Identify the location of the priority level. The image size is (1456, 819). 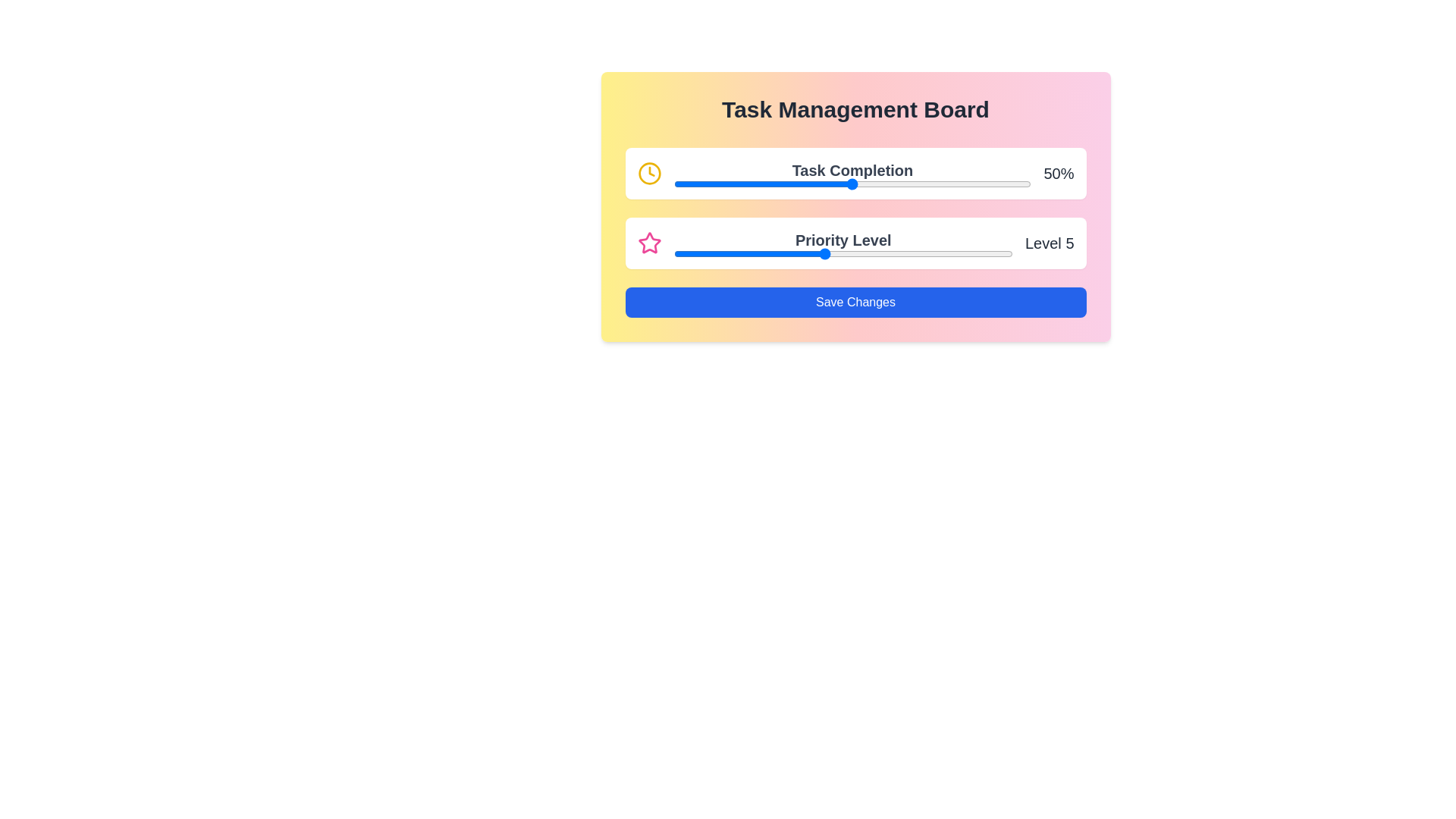
(824, 253).